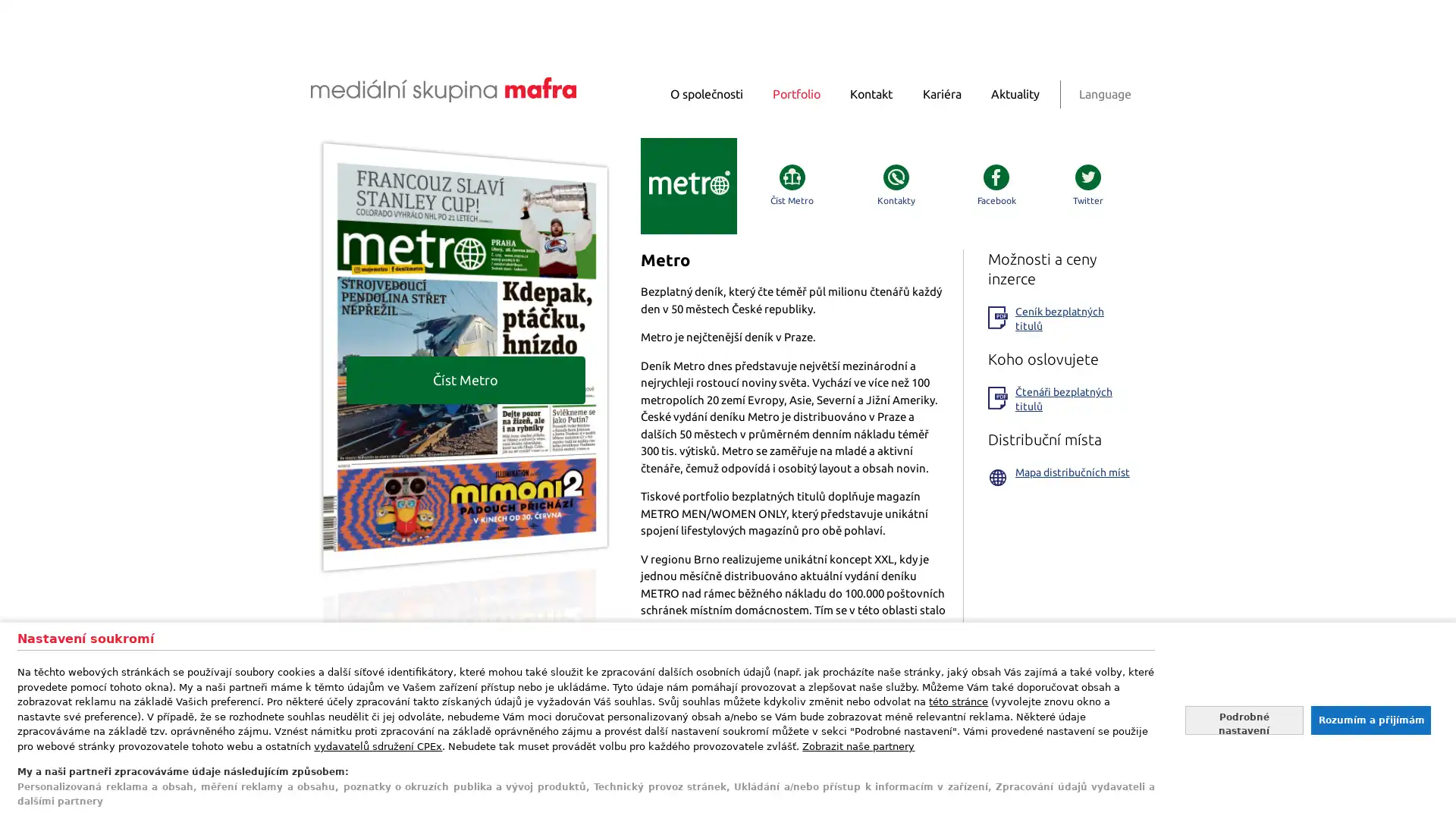  What do you see at coordinates (858, 745) in the screenshot?
I see `Zobrazit nase partnery` at bounding box center [858, 745].